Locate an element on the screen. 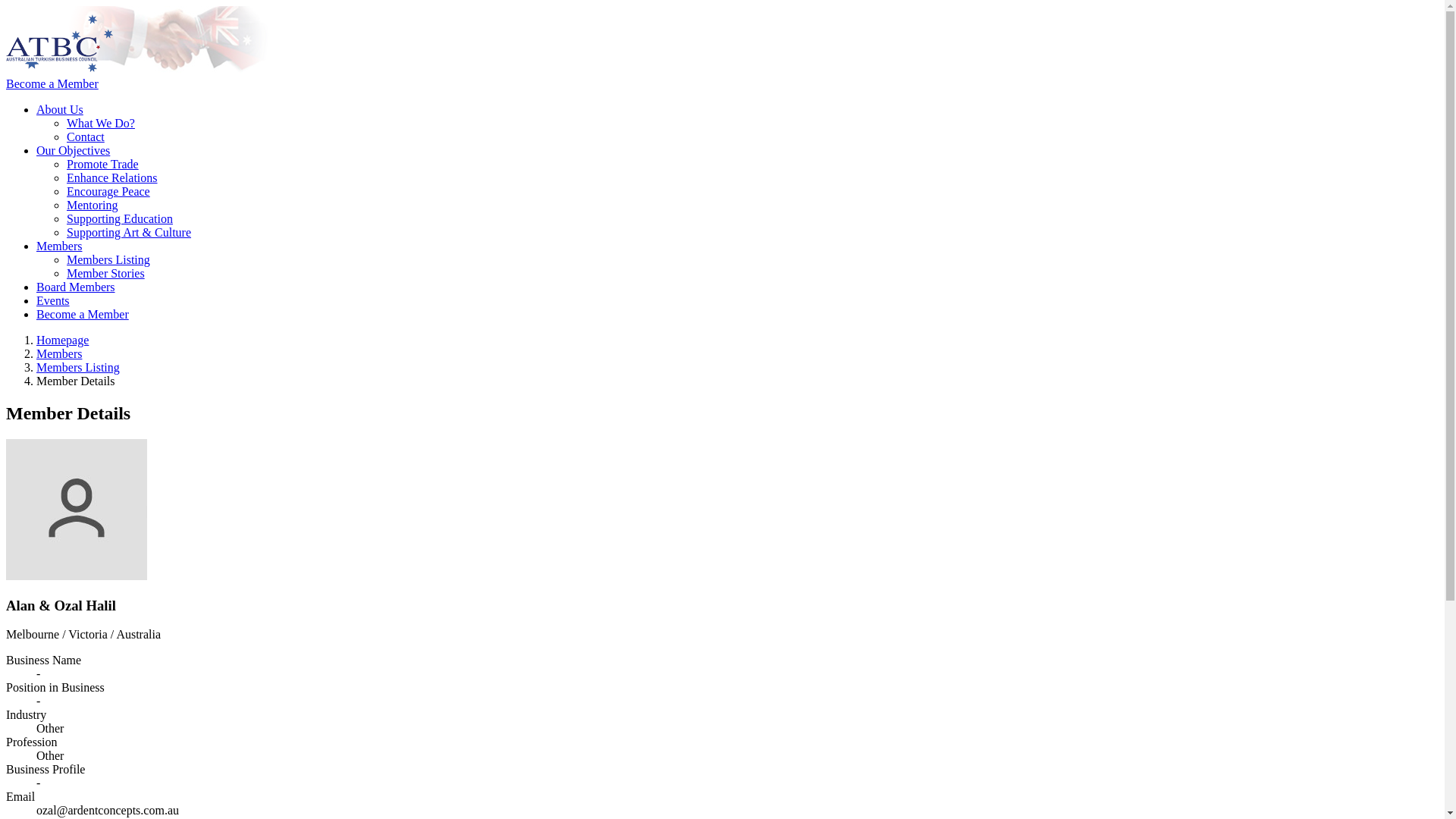  'Members' is located at coordinates (58, 245).